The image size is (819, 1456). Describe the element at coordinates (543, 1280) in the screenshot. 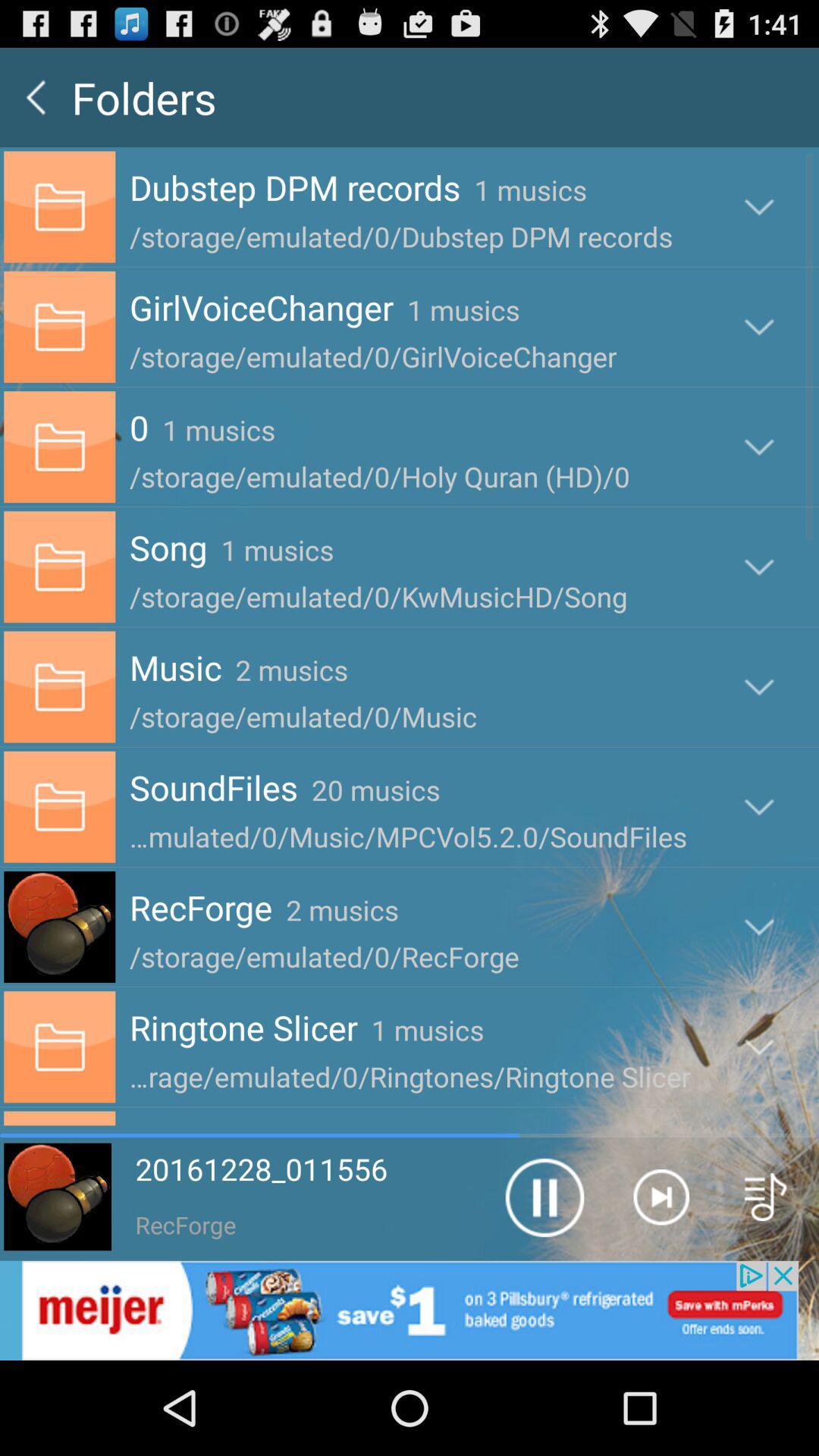

I see `the pause icon` at that location.